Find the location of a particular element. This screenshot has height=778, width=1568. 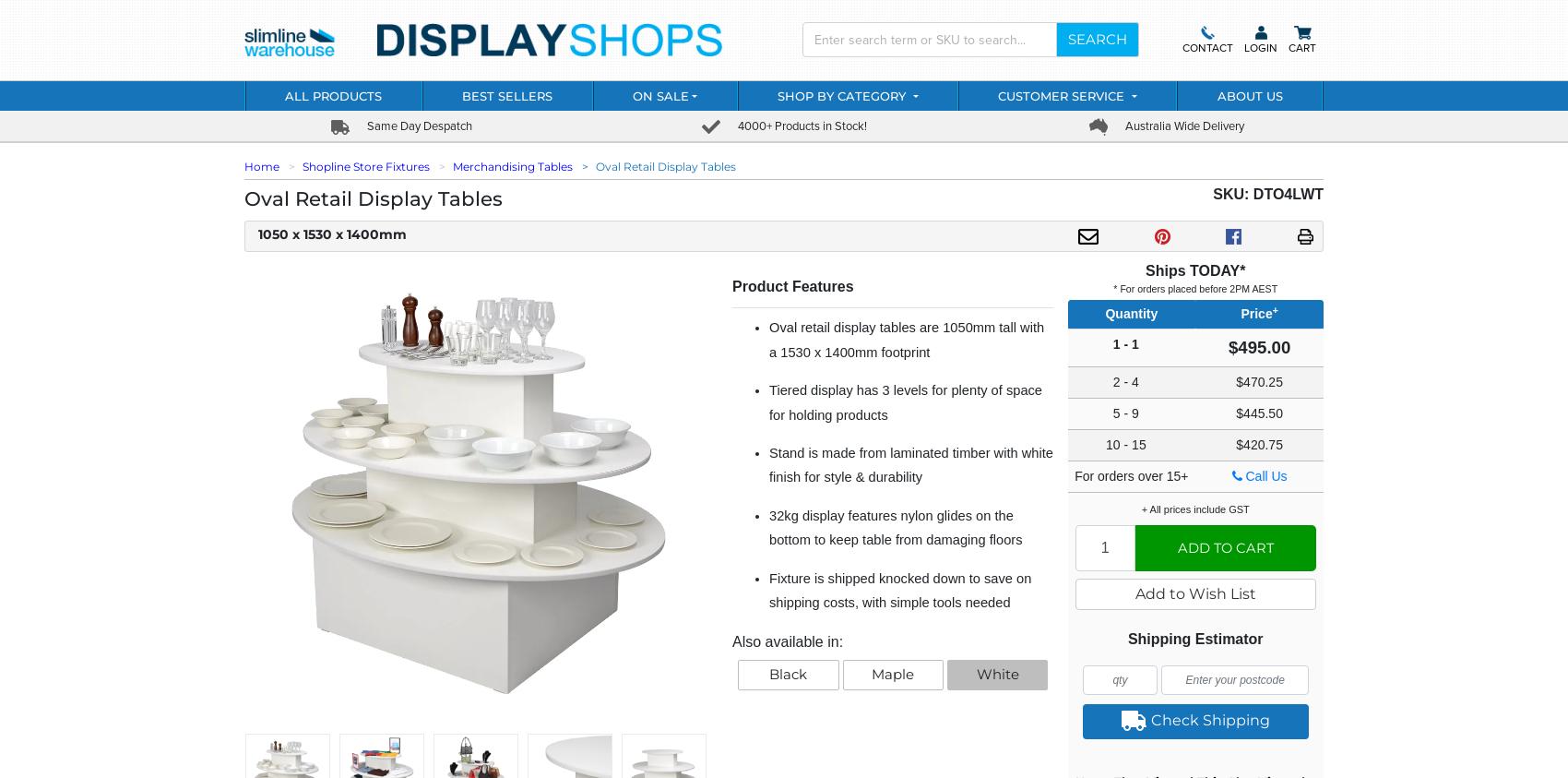

'Home' is located at coordinates (262, 165).